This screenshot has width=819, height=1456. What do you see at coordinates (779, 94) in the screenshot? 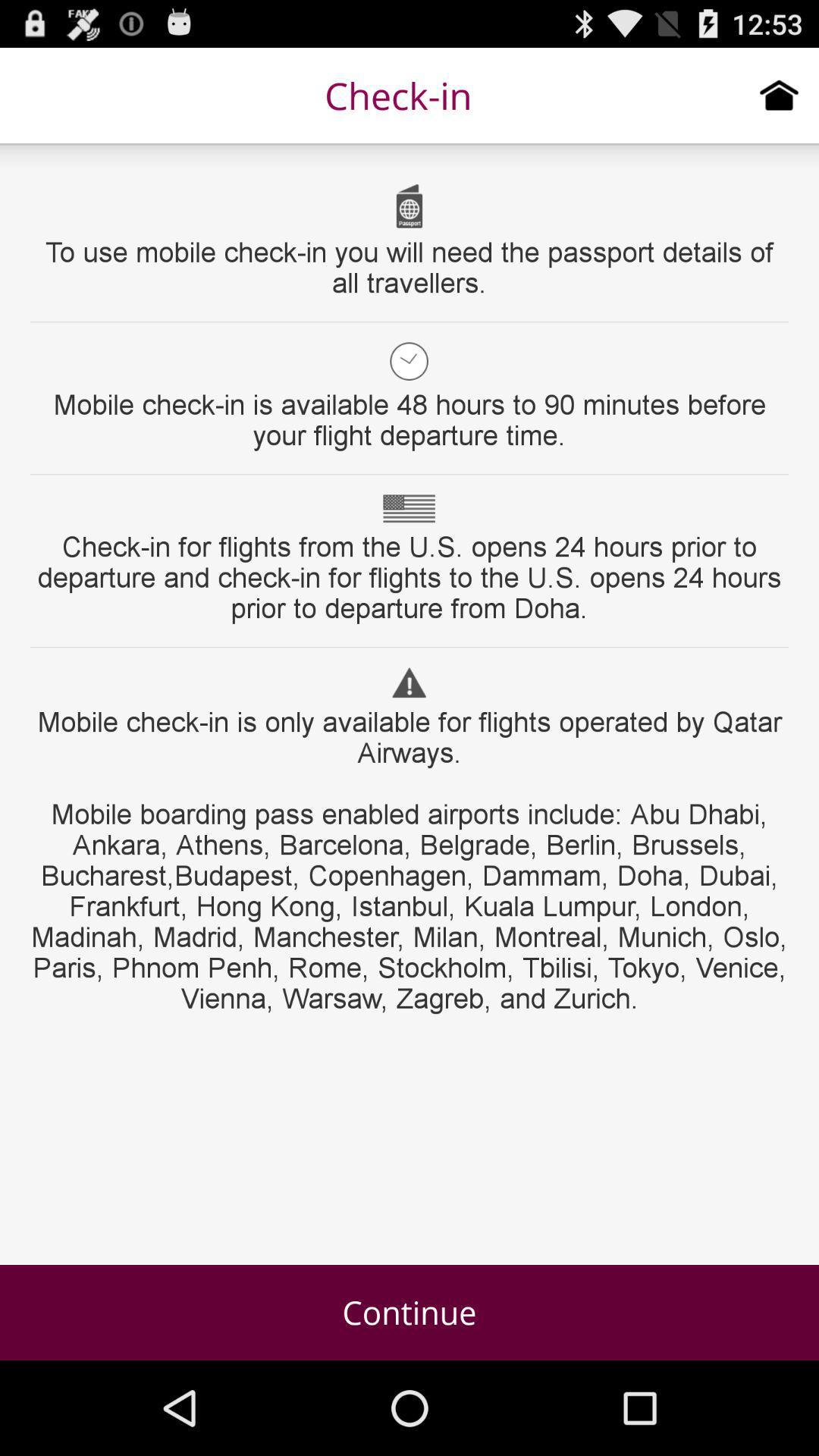
I see `home` at bounding box center [779, 94].